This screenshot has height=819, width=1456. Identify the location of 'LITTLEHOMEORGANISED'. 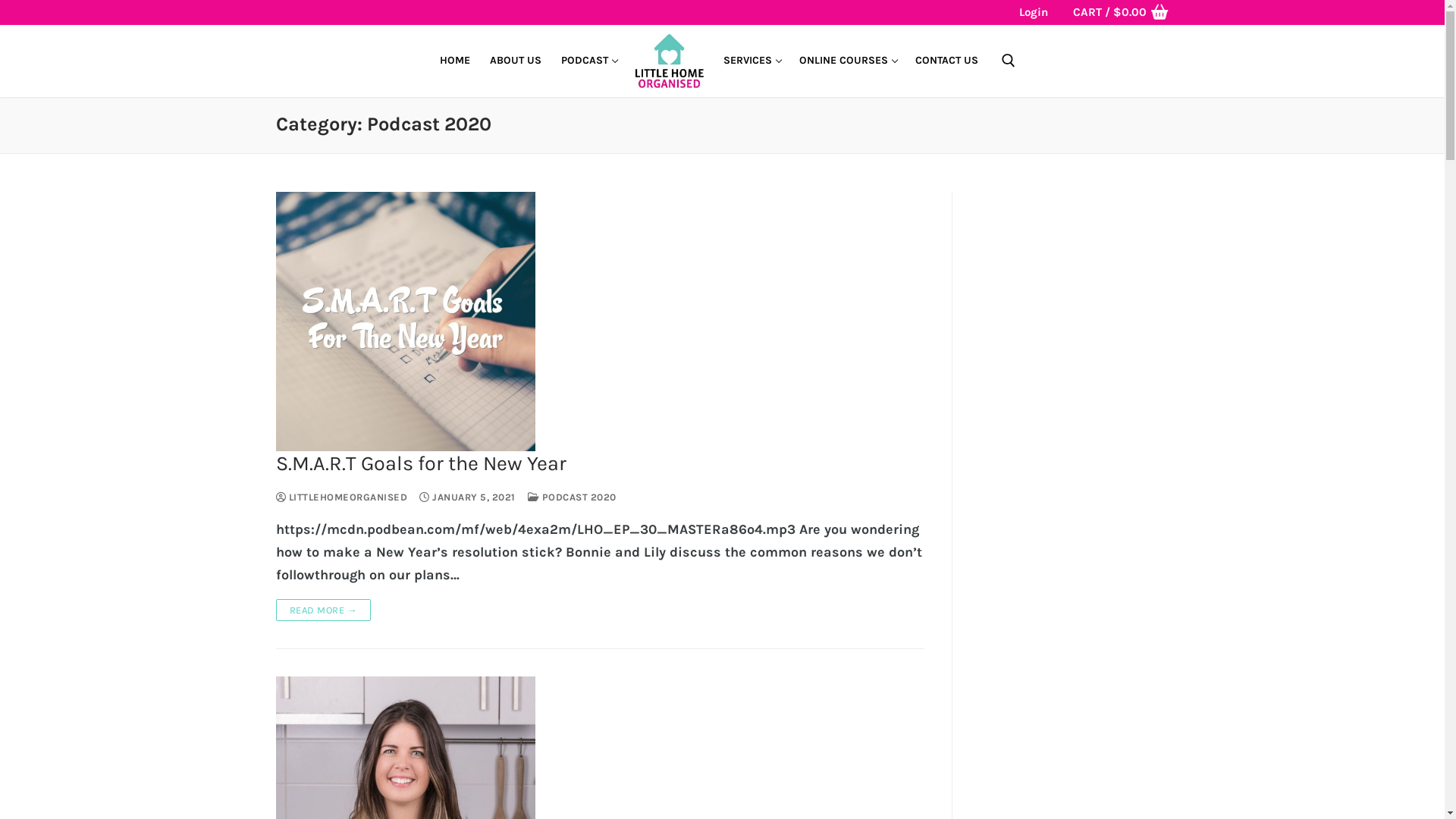
(341, 497).